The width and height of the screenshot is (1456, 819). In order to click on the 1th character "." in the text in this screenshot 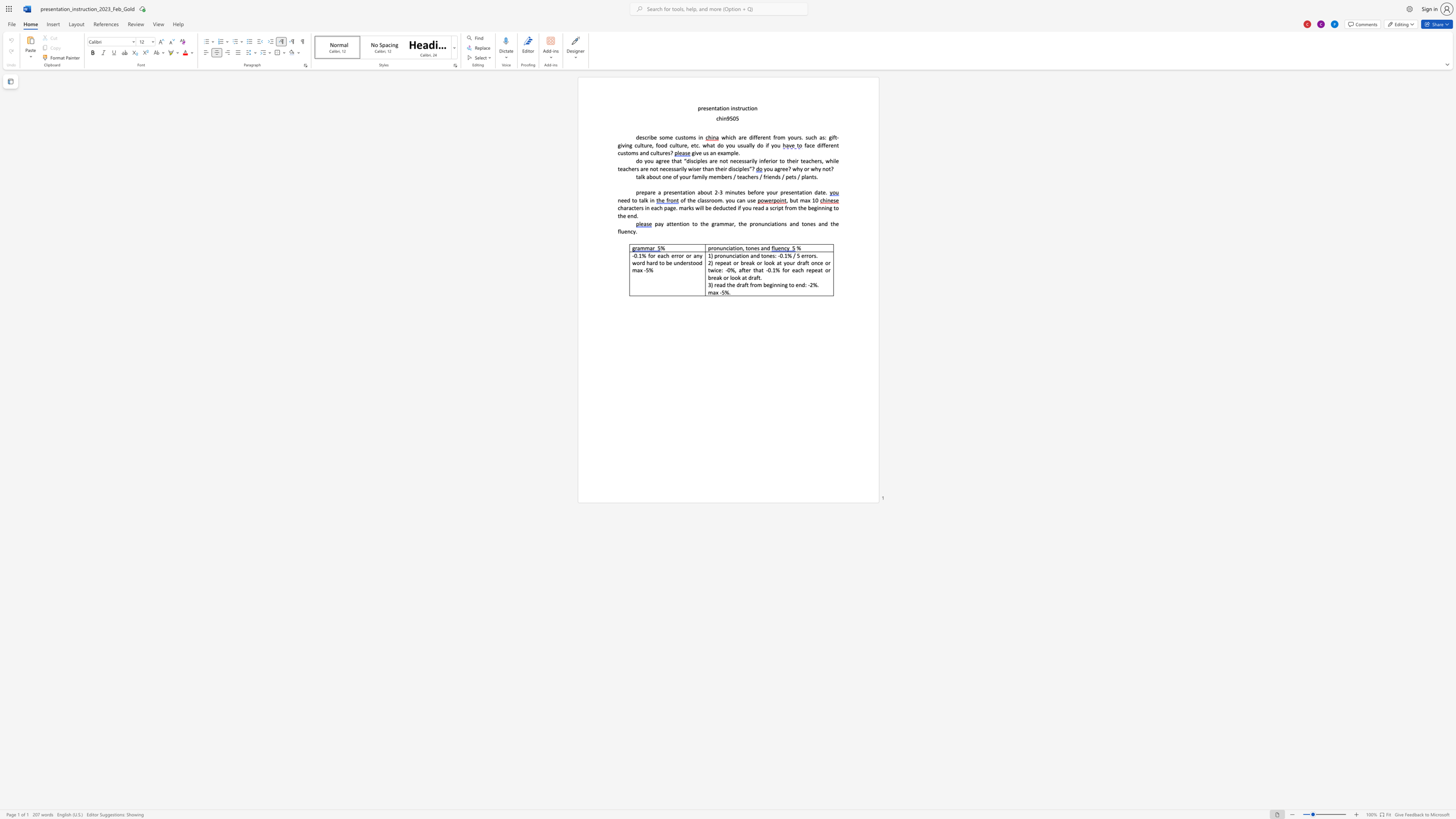, I will do `click(739, 153)`.